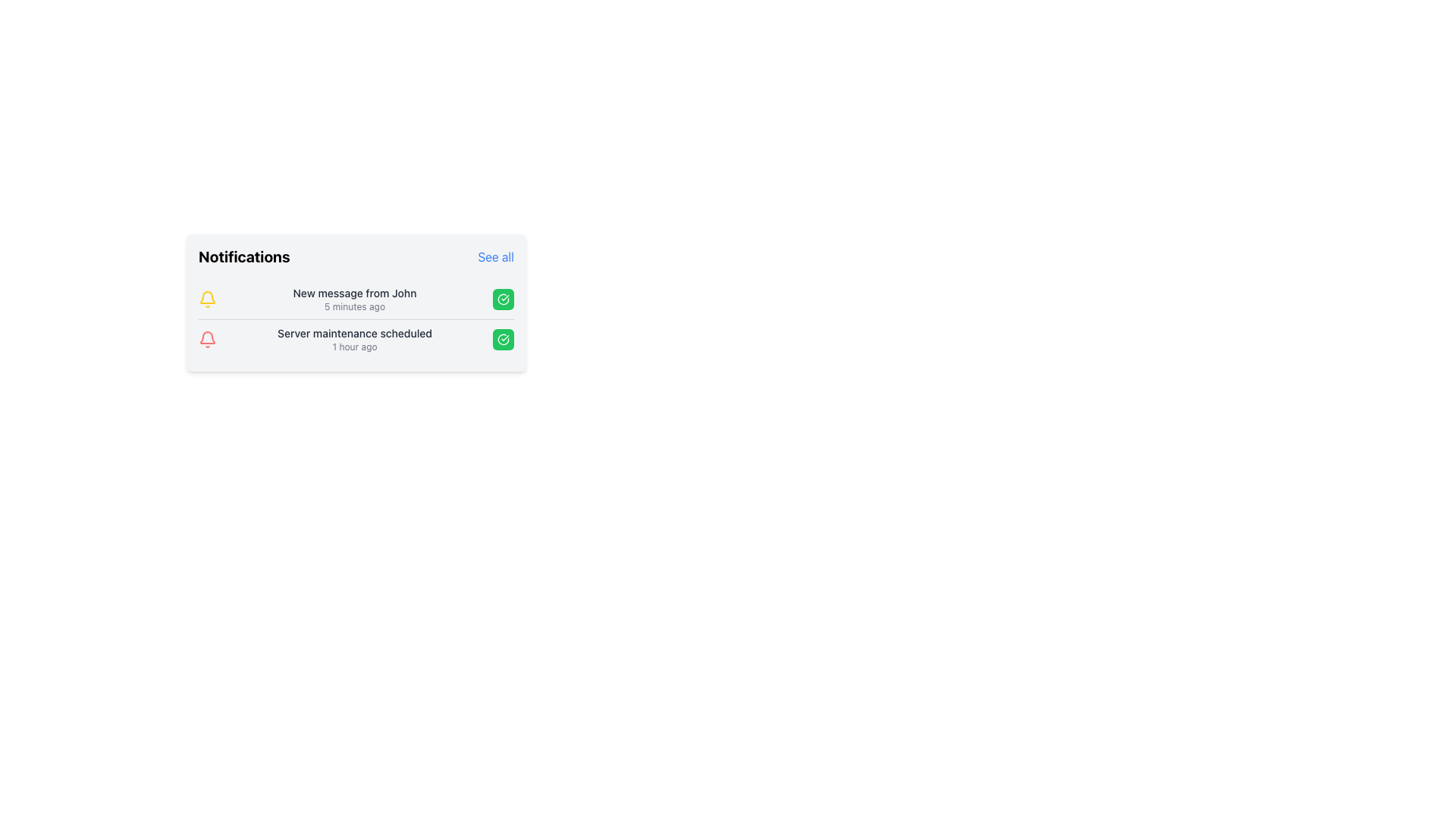 This screenshot has height=819, width=1456. I want to click on the small red bell icon, so click(206, 338).